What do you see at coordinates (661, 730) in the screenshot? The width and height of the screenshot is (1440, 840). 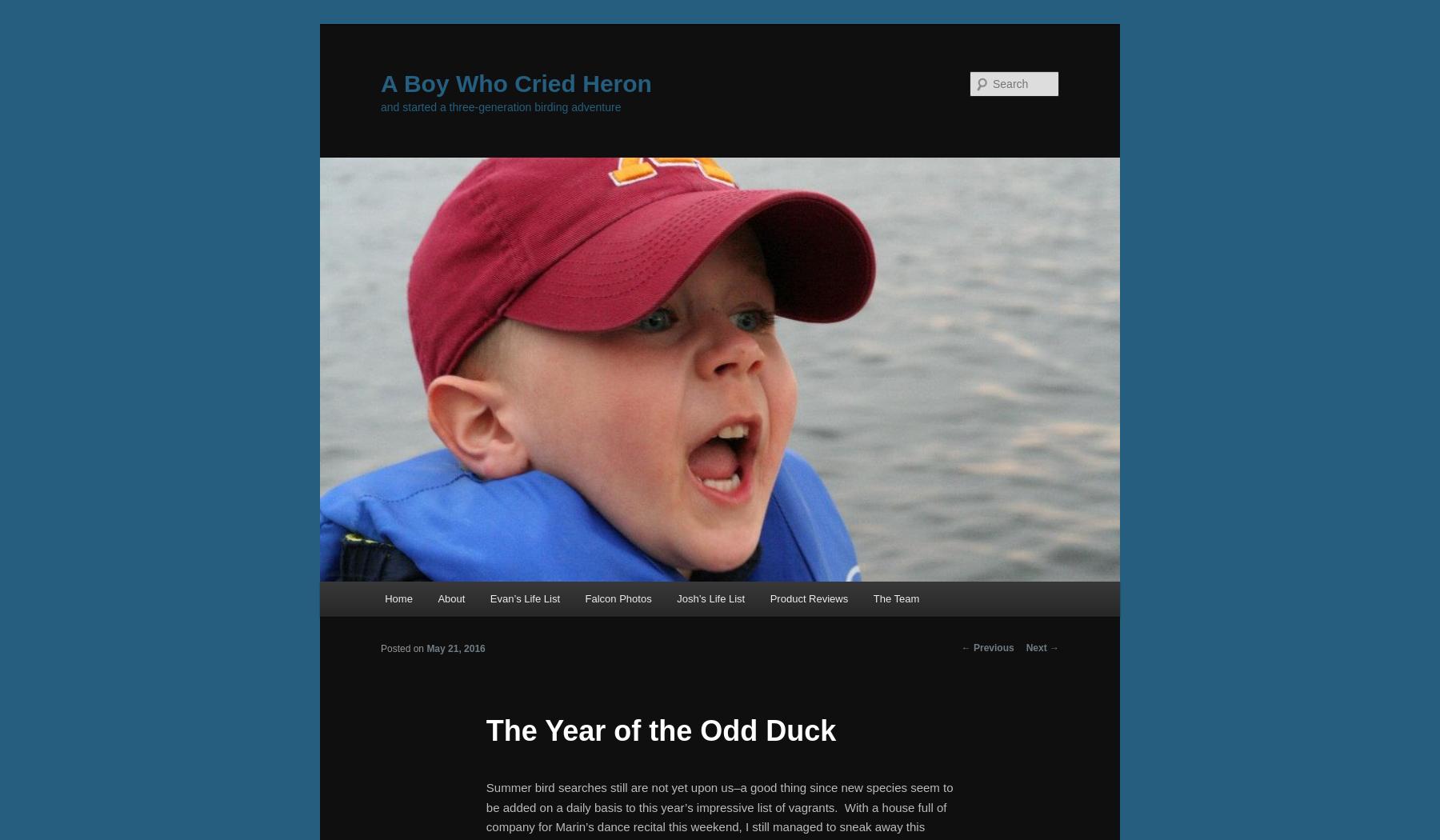 I see `'The Year of the Odd Duck'` at bounding box center [661, 730].